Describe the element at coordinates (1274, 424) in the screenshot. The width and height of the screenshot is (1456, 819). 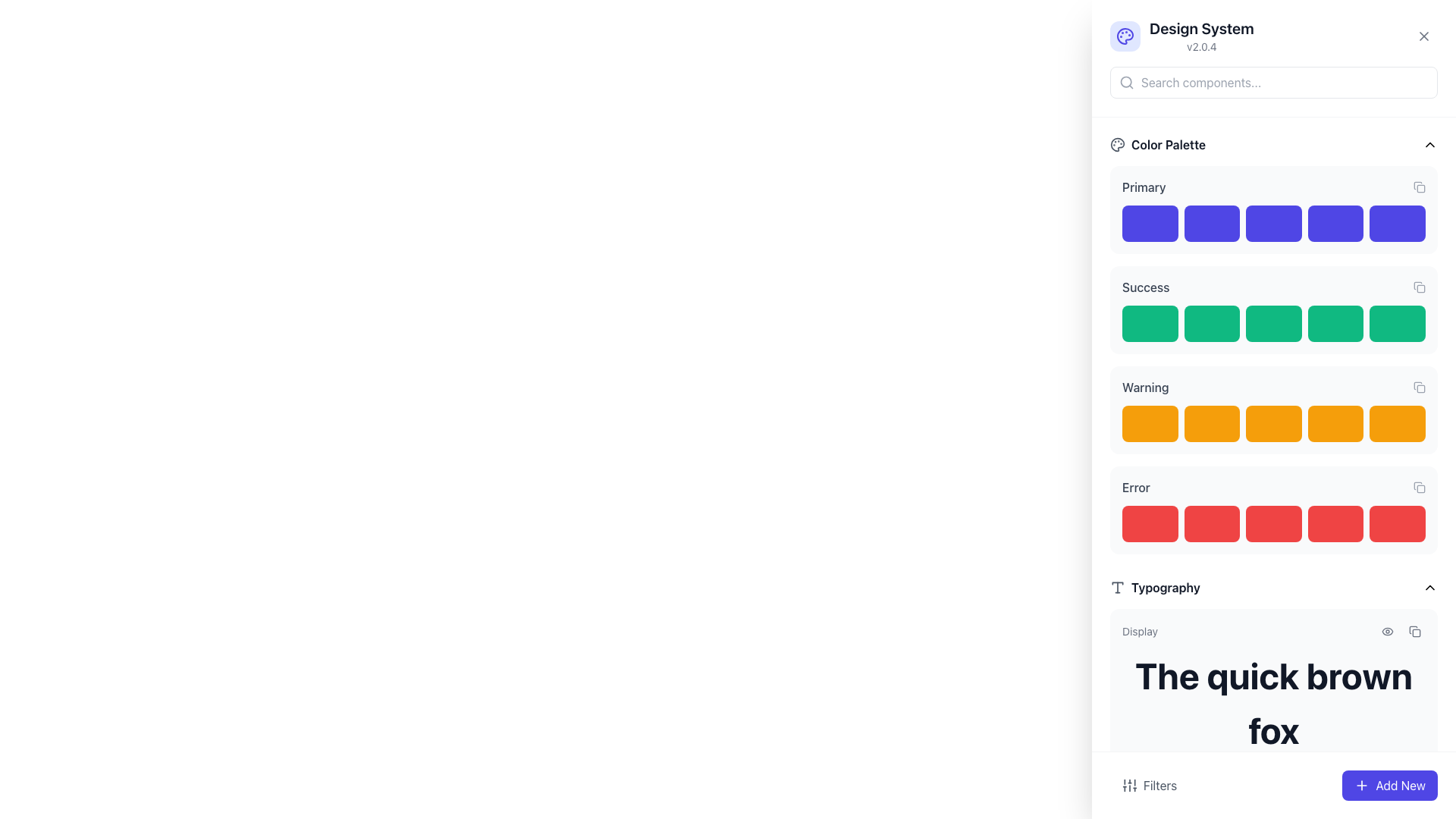
I see `the third orange color swatch` at that location.